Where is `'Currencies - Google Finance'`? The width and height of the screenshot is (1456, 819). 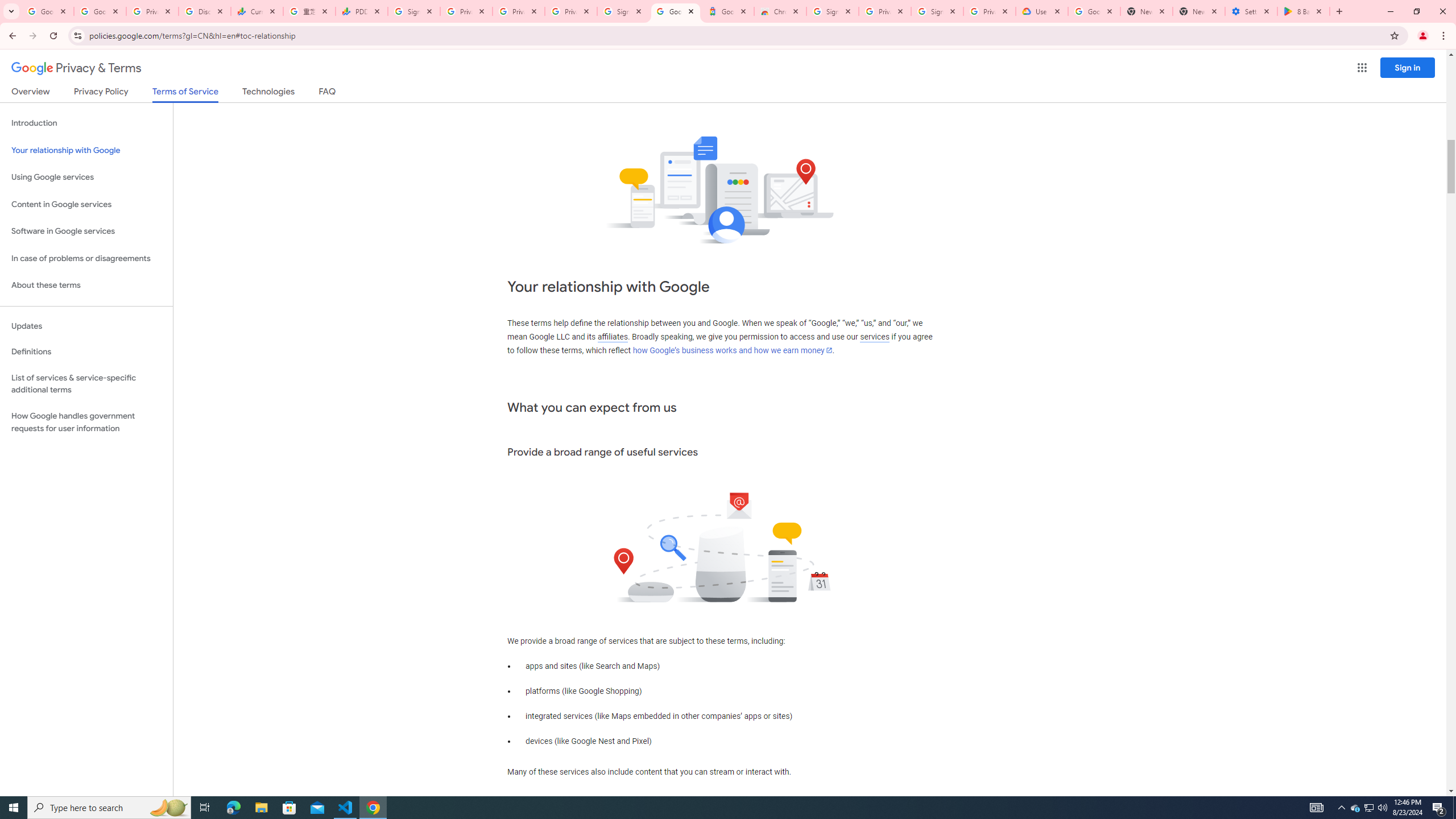 'Currencies - Google Finance' is located at coordinates (257, 11).